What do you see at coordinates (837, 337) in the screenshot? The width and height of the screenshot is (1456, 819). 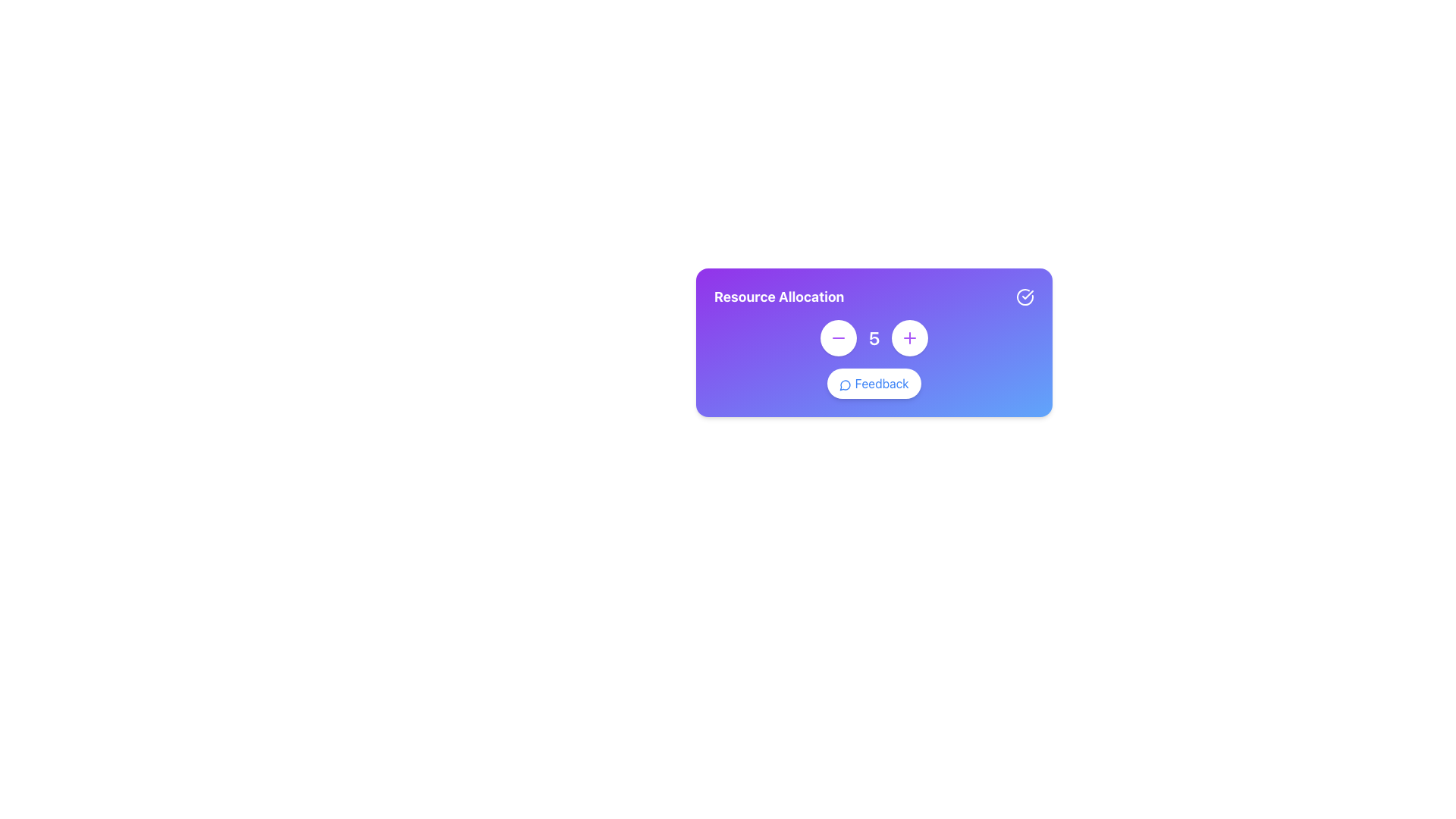 I see `the decrement button icon, which is located inside a circular purple button to the right of the numeric value '5' in the Resource Allocation interface, to reduce the associated numeric value` at bounding box center [837, 337].